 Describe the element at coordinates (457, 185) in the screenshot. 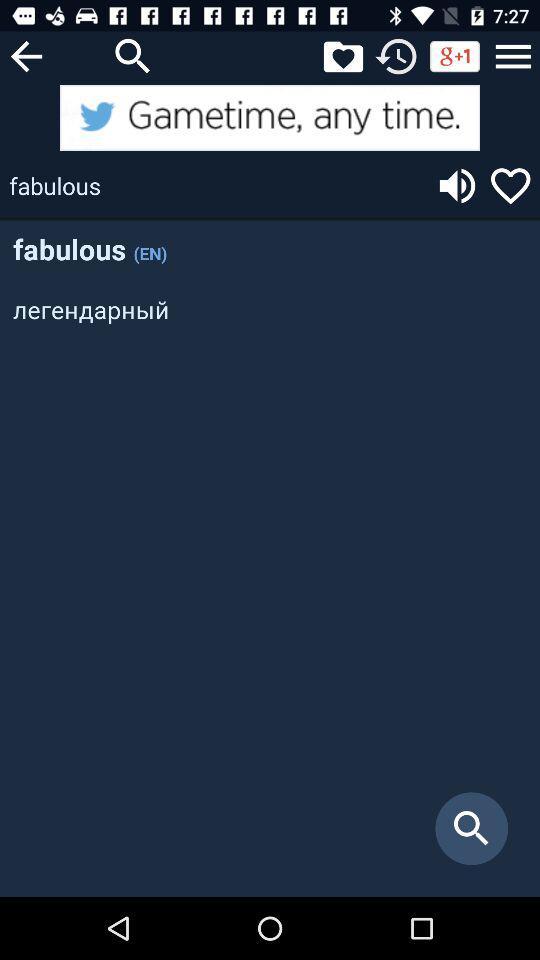

I see `the volume icon` at that location.